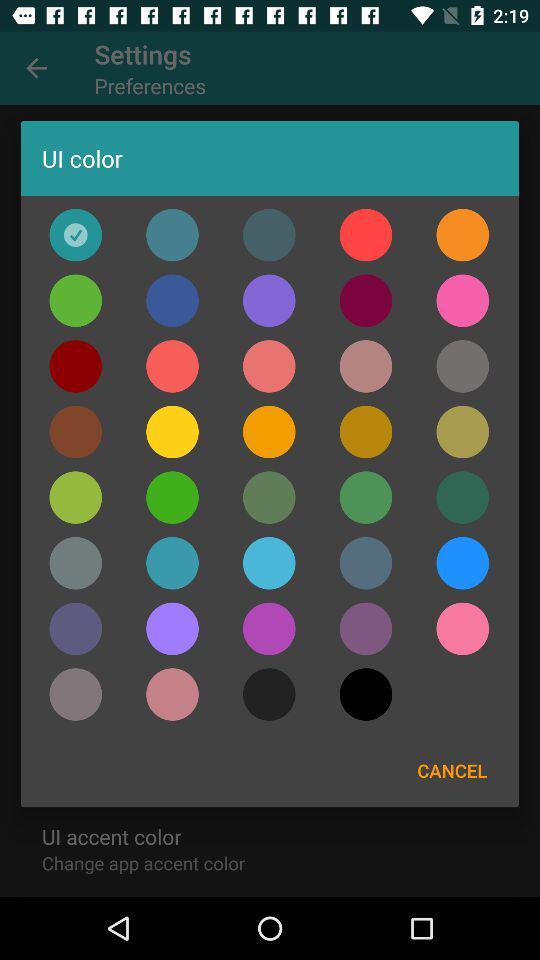 This screenshot has width=540, height=960. I want to click on orange color, so click(365, 235).